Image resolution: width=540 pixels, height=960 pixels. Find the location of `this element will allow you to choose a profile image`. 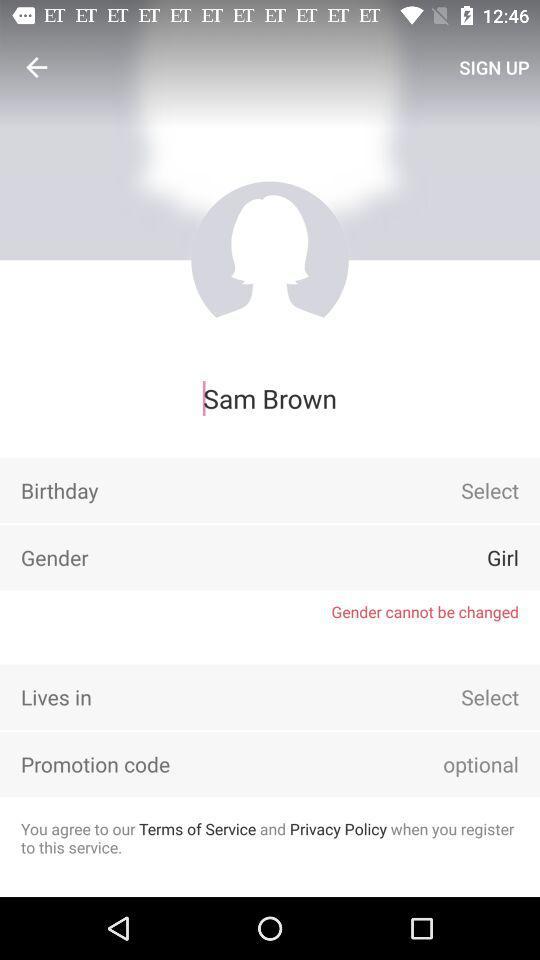

this element will allow you to choose a profile image is located at coordinates (270, 259).